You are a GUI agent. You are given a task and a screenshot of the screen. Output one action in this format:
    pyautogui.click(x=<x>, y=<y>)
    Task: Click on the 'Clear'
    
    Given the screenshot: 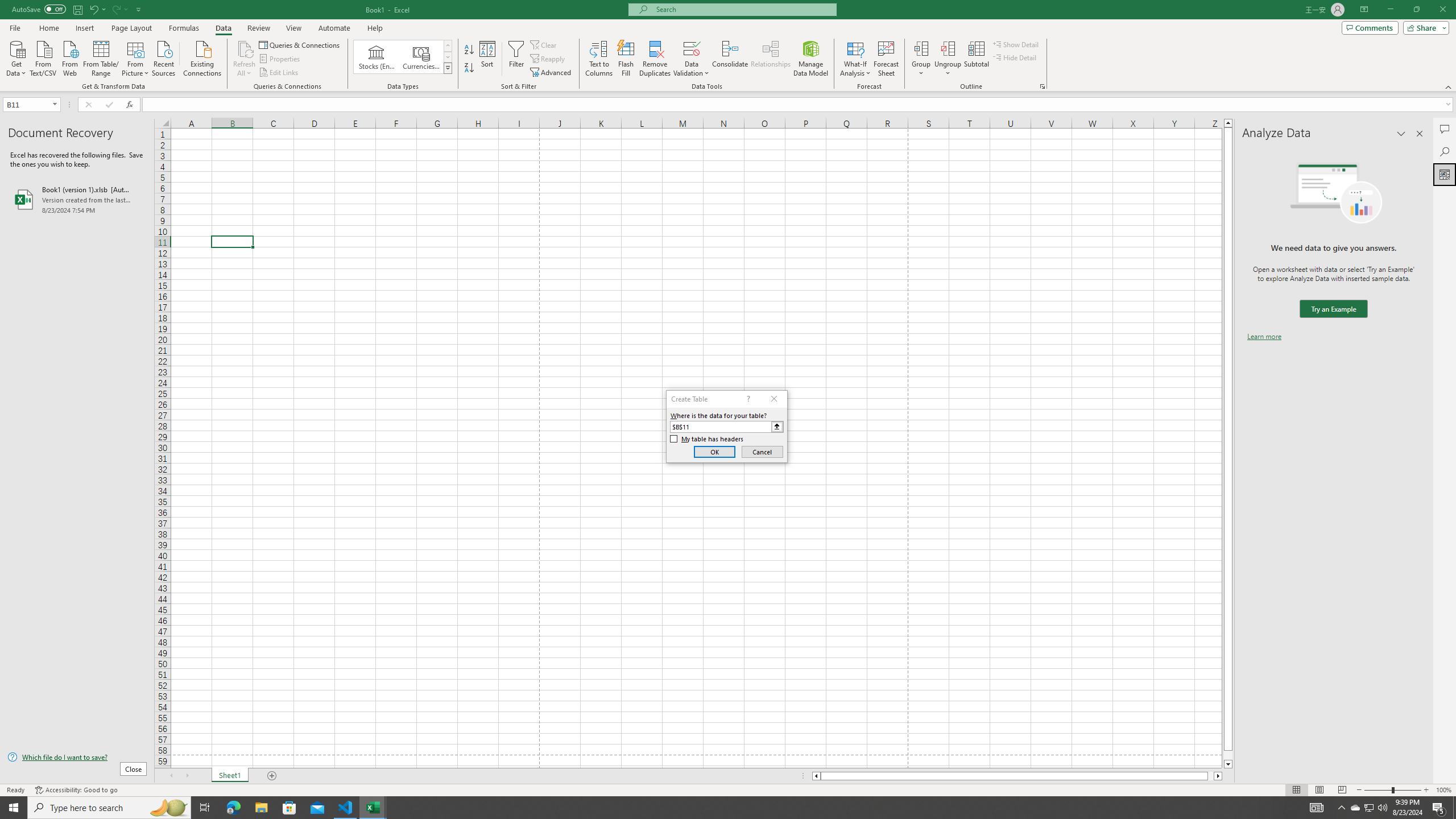 What is the action you would take?
    pyautogui.click(x=544, y=44)
    